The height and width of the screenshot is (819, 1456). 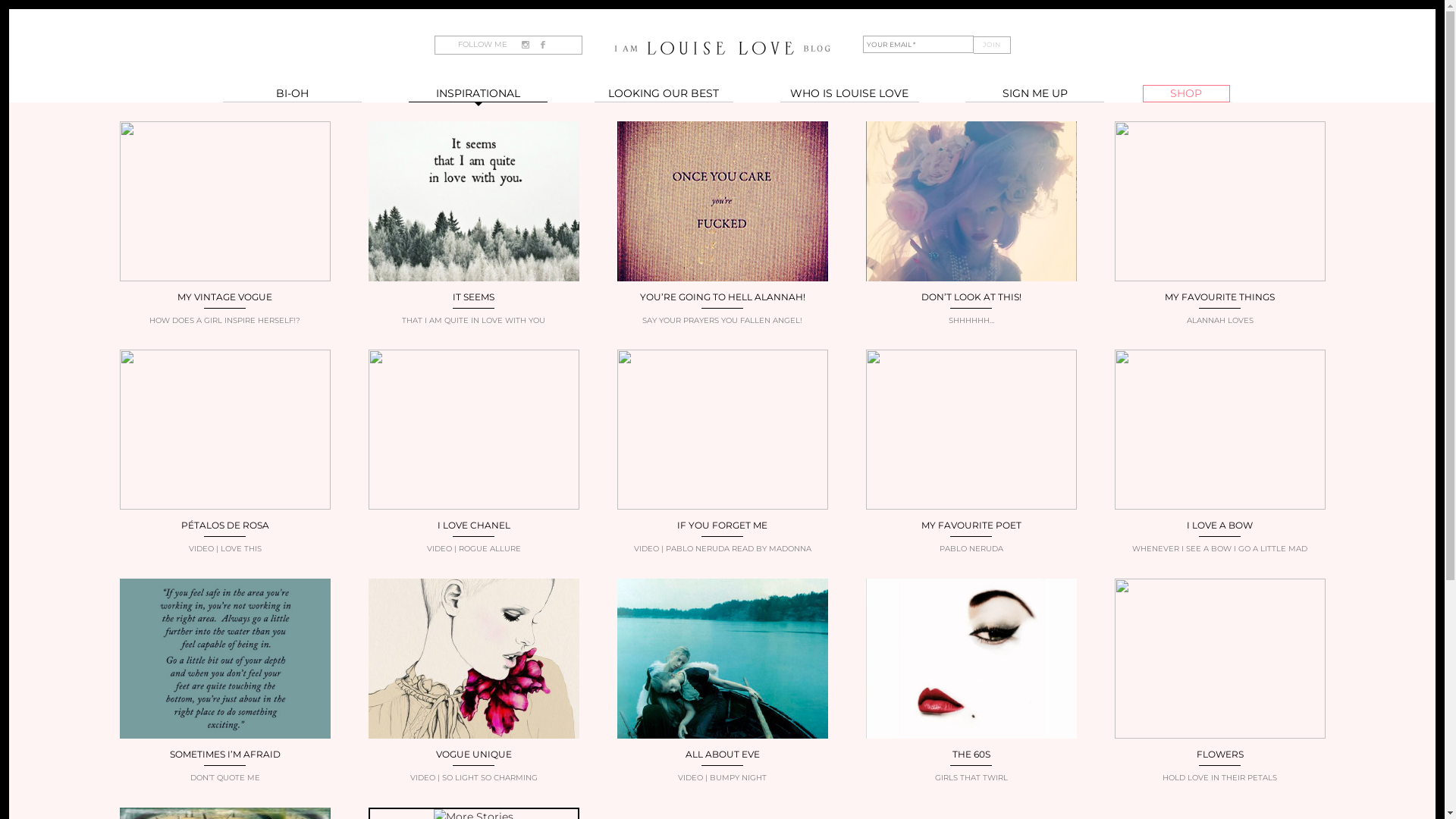 I want to click on 'FLOWERS', so click(x=1219, y=754).